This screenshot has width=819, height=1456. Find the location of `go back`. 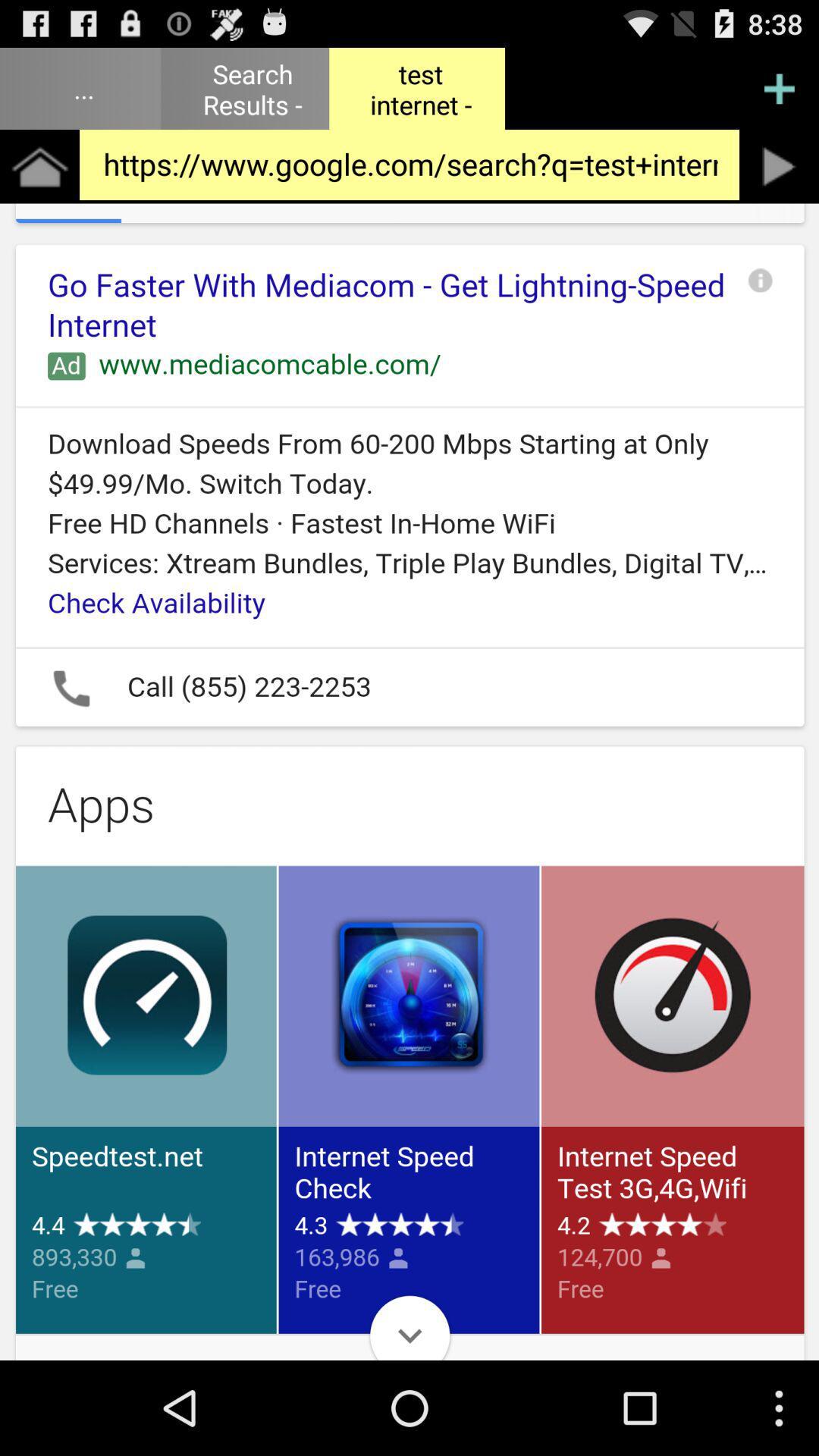

go back is located at coordinates (779, 166).